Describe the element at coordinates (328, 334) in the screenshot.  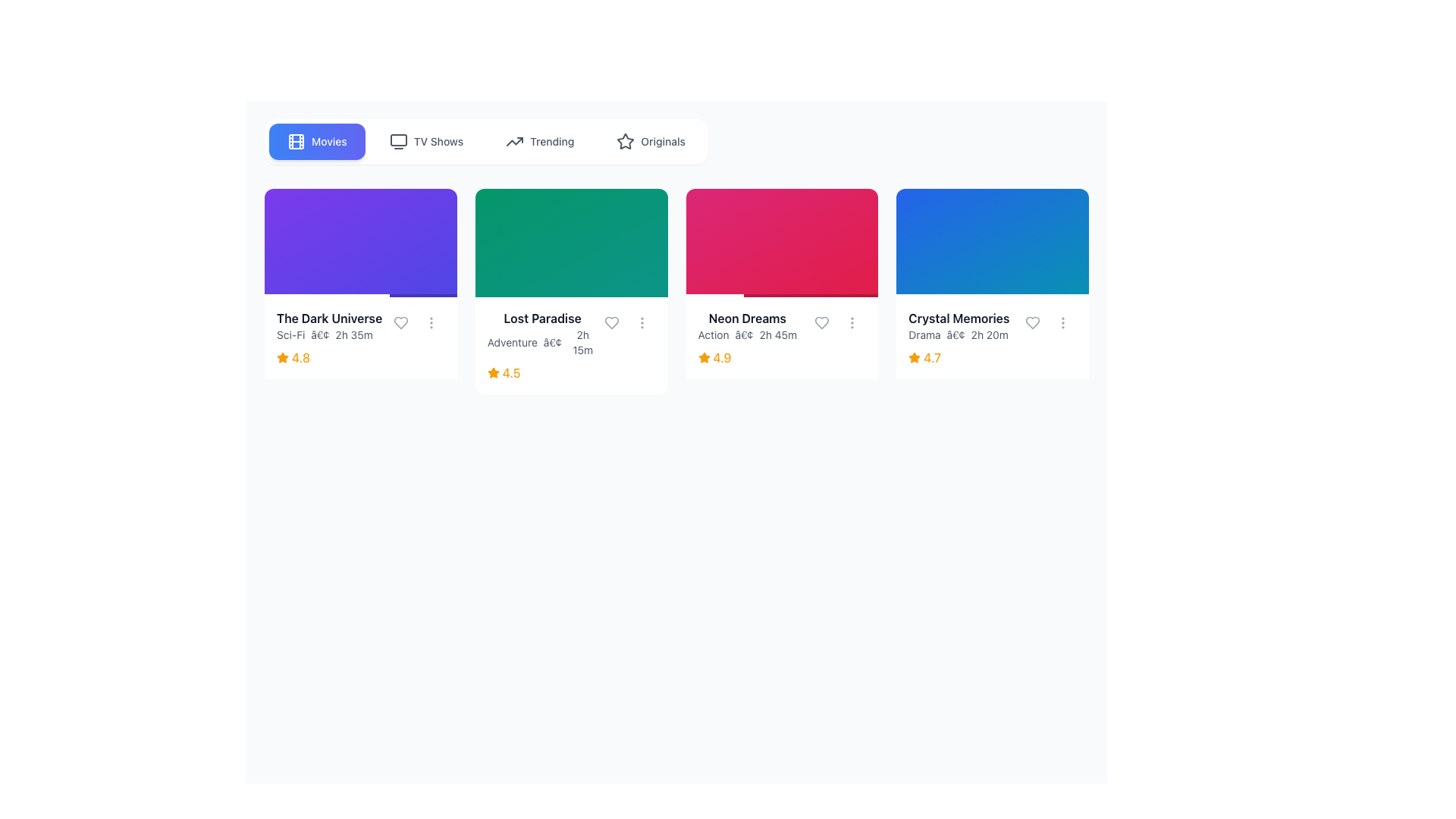
I see `the static textual information element stating 'Sci-Fi • 2h 35m', which is positioned directly below the title 'The Dark Universe' in the first movie card` at that location.